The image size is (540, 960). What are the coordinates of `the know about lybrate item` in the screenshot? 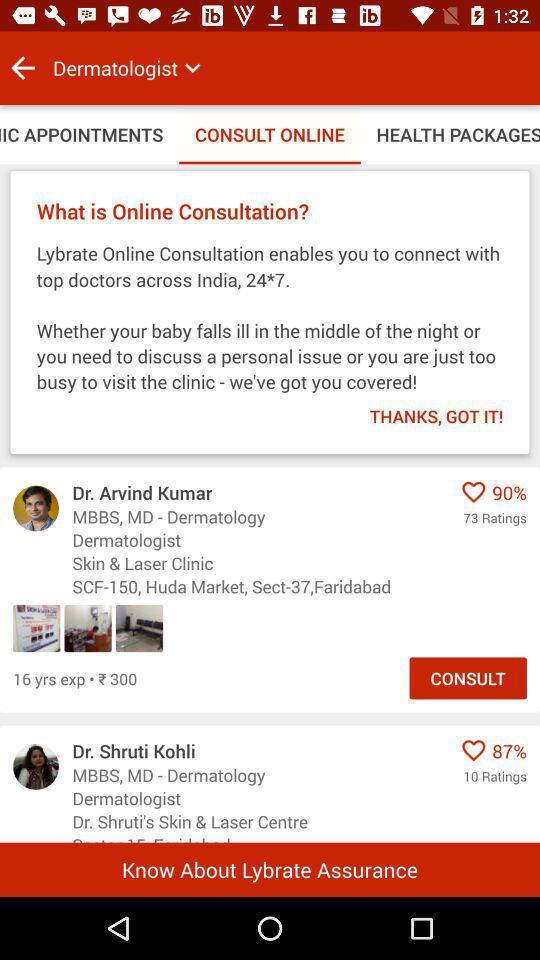 It's located at (270, 868).